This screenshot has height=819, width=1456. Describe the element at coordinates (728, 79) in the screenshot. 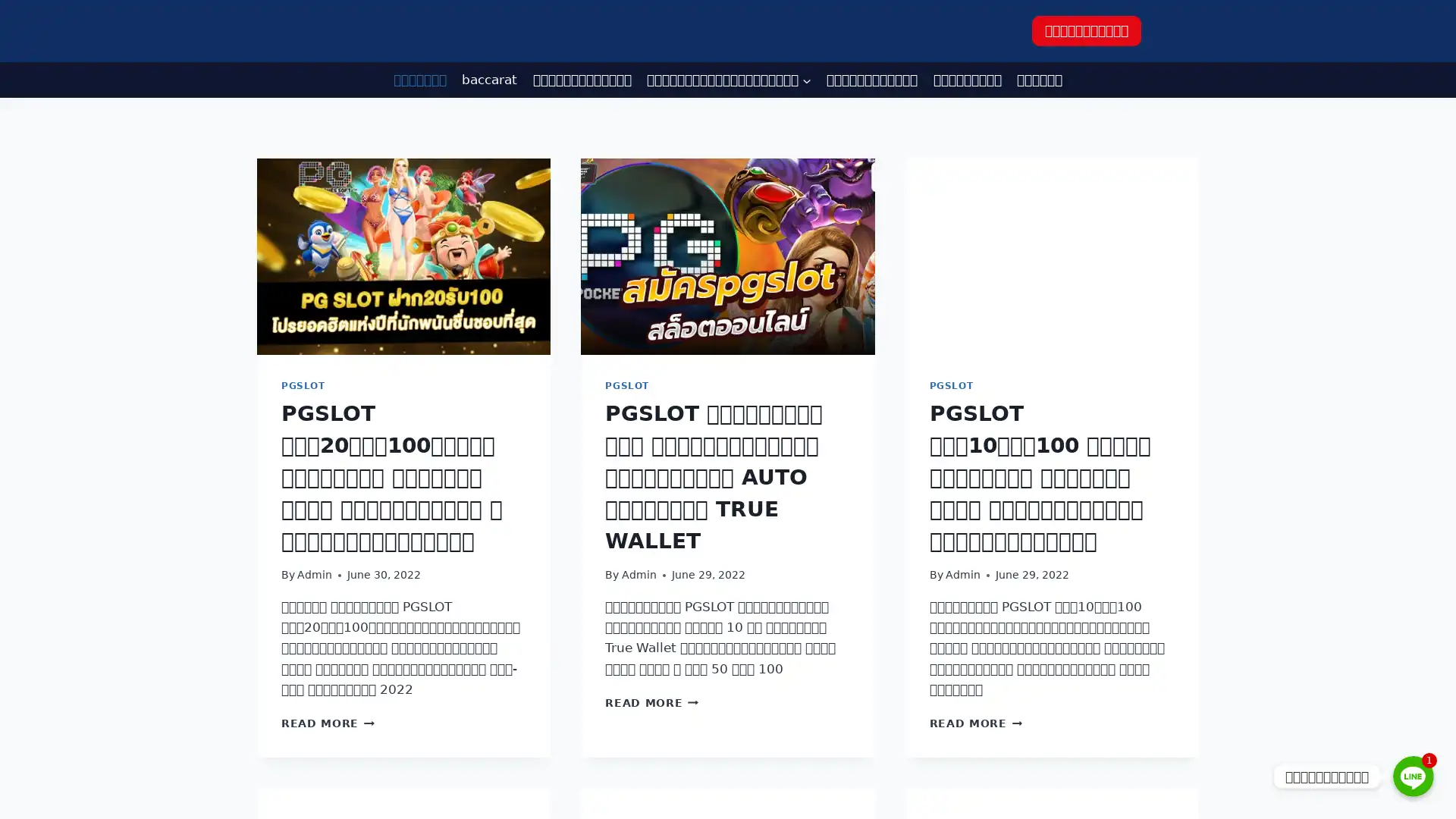

I see `Expand child menu` at that location.